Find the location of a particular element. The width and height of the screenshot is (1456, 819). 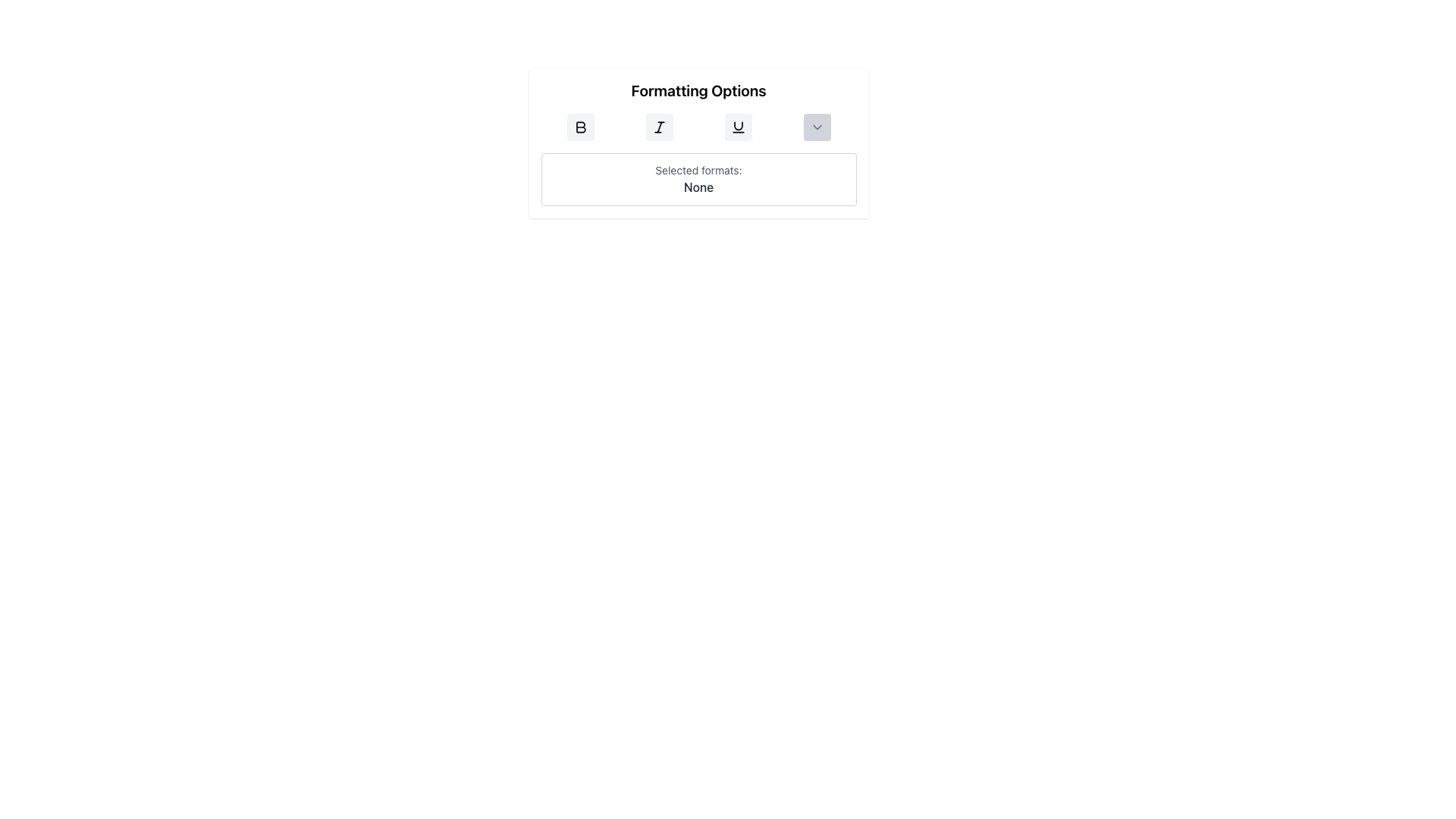

header text that serves as a label for the formatting tools section, positioned at the top of the formatting options box is located at coordinates (698, 90).